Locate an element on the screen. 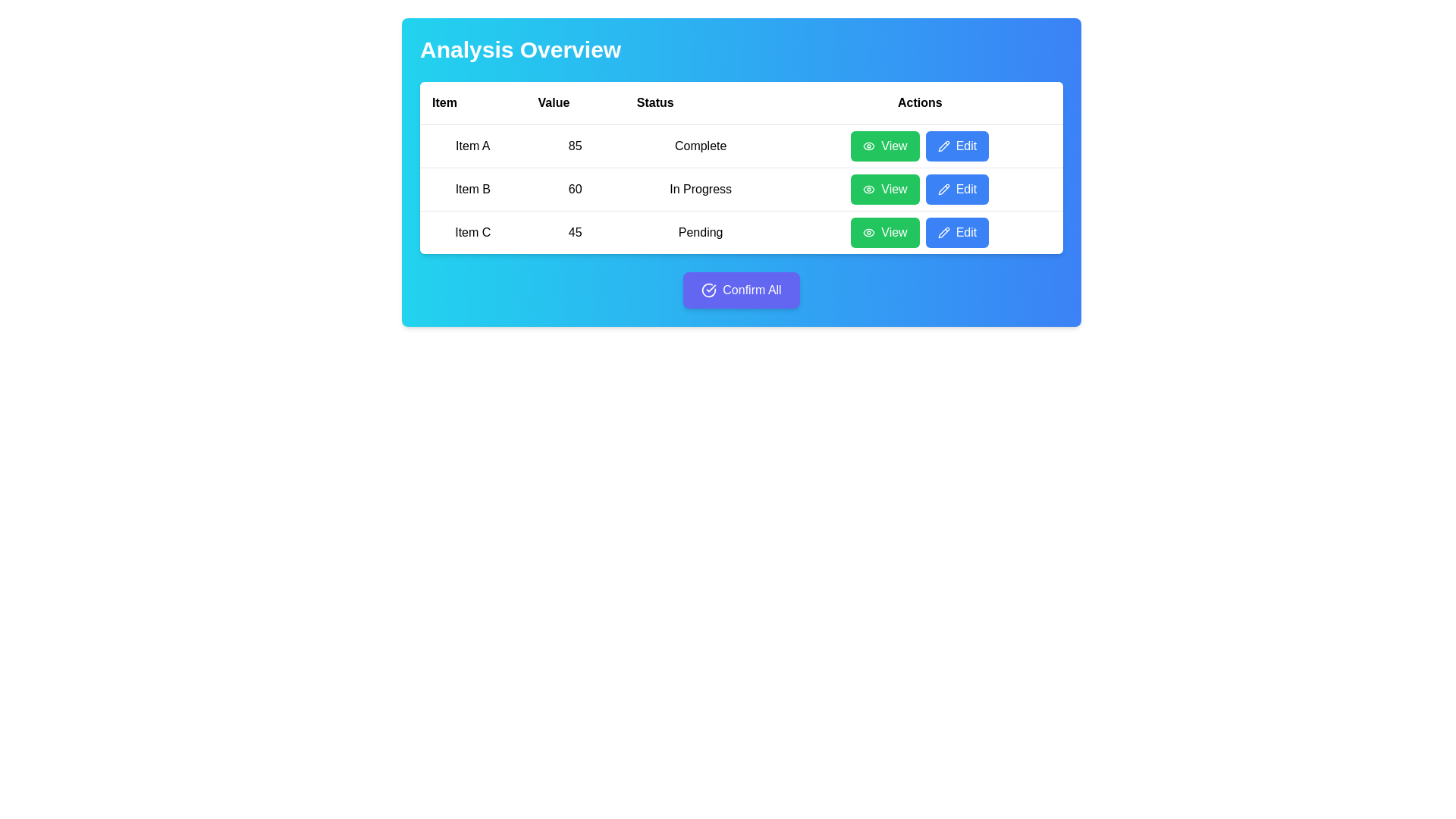 The height and width of the screenshot is (819, 1456). the stylized eye icon in the 'View' button located in the 'Actions' cell of the first row corresponding to 'Item A' is located at coordinates (869, 146).